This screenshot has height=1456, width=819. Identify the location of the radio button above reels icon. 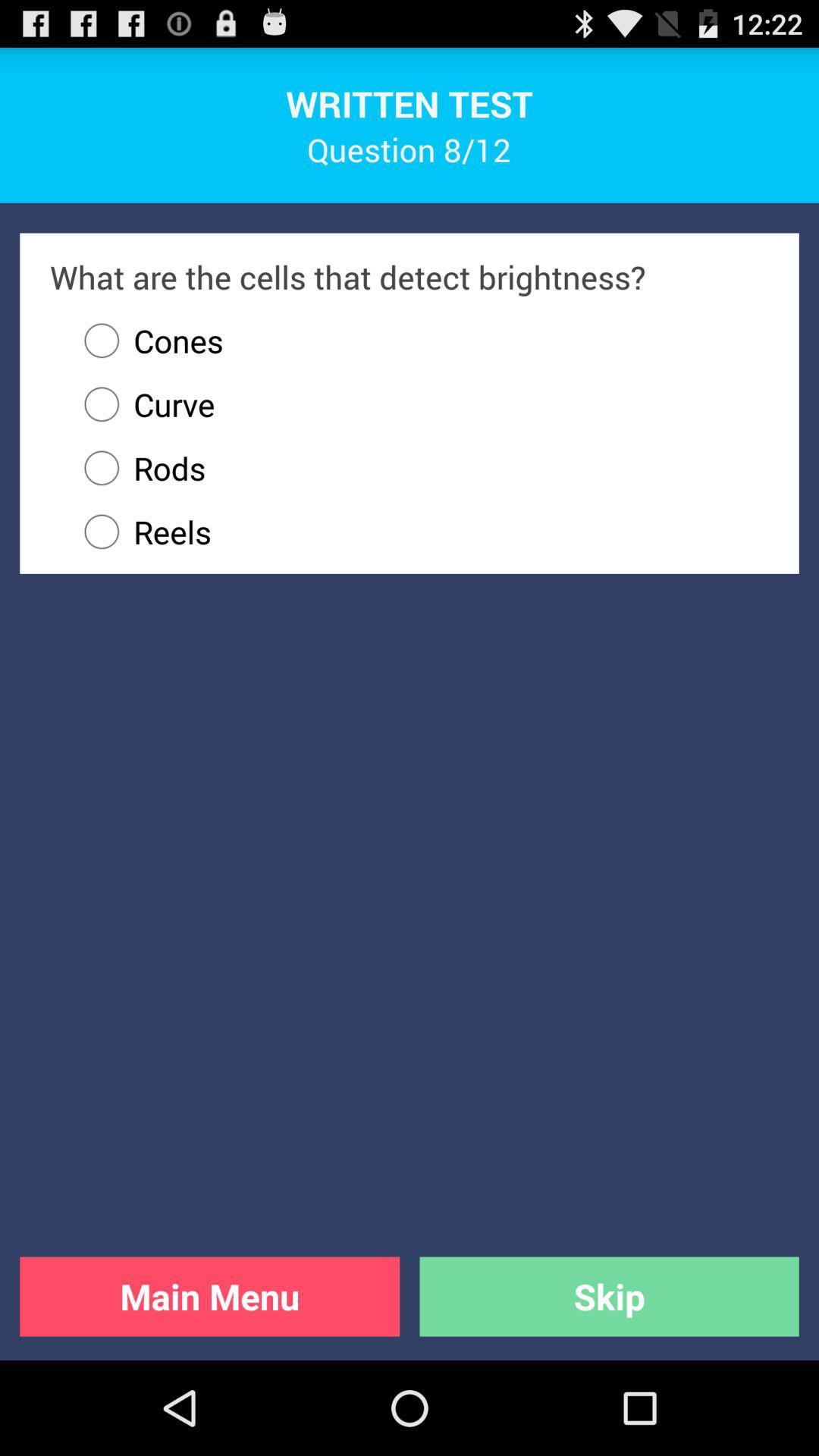
(419, 467).